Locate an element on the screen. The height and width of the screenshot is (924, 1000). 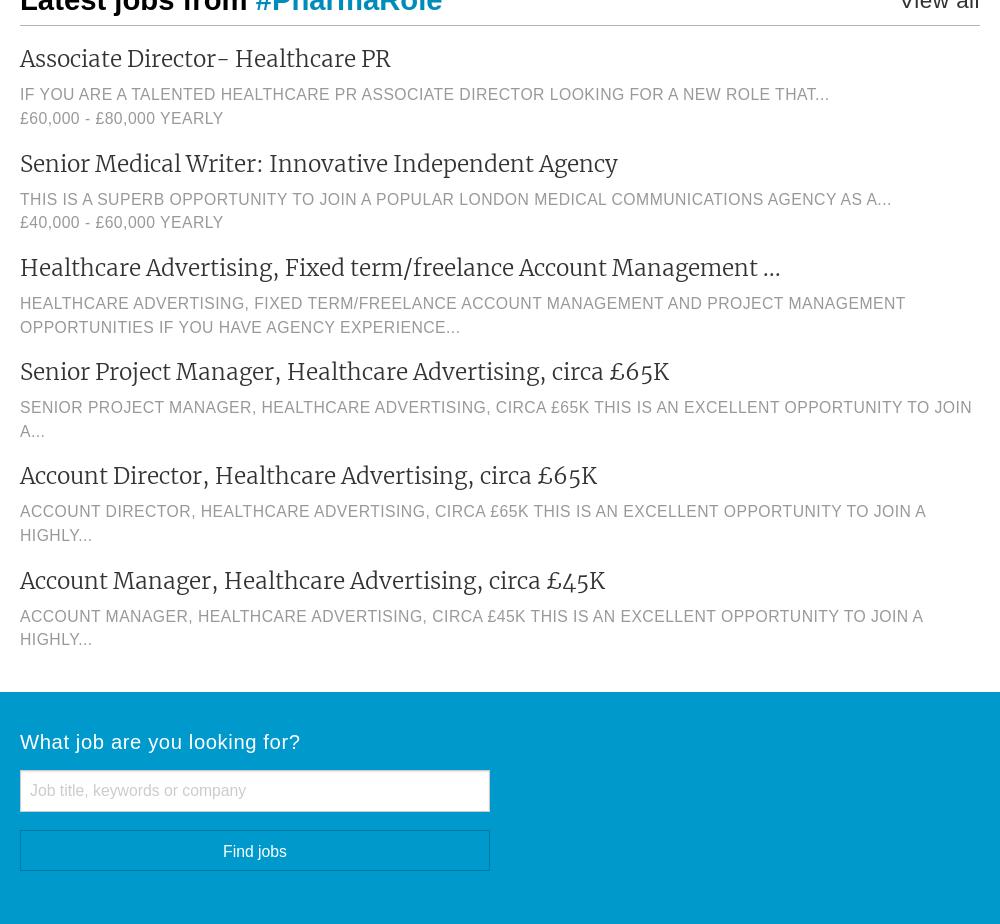
'Account Manager, Healthcare Advertising, circa £45K' is located at coordinates (312, 579).